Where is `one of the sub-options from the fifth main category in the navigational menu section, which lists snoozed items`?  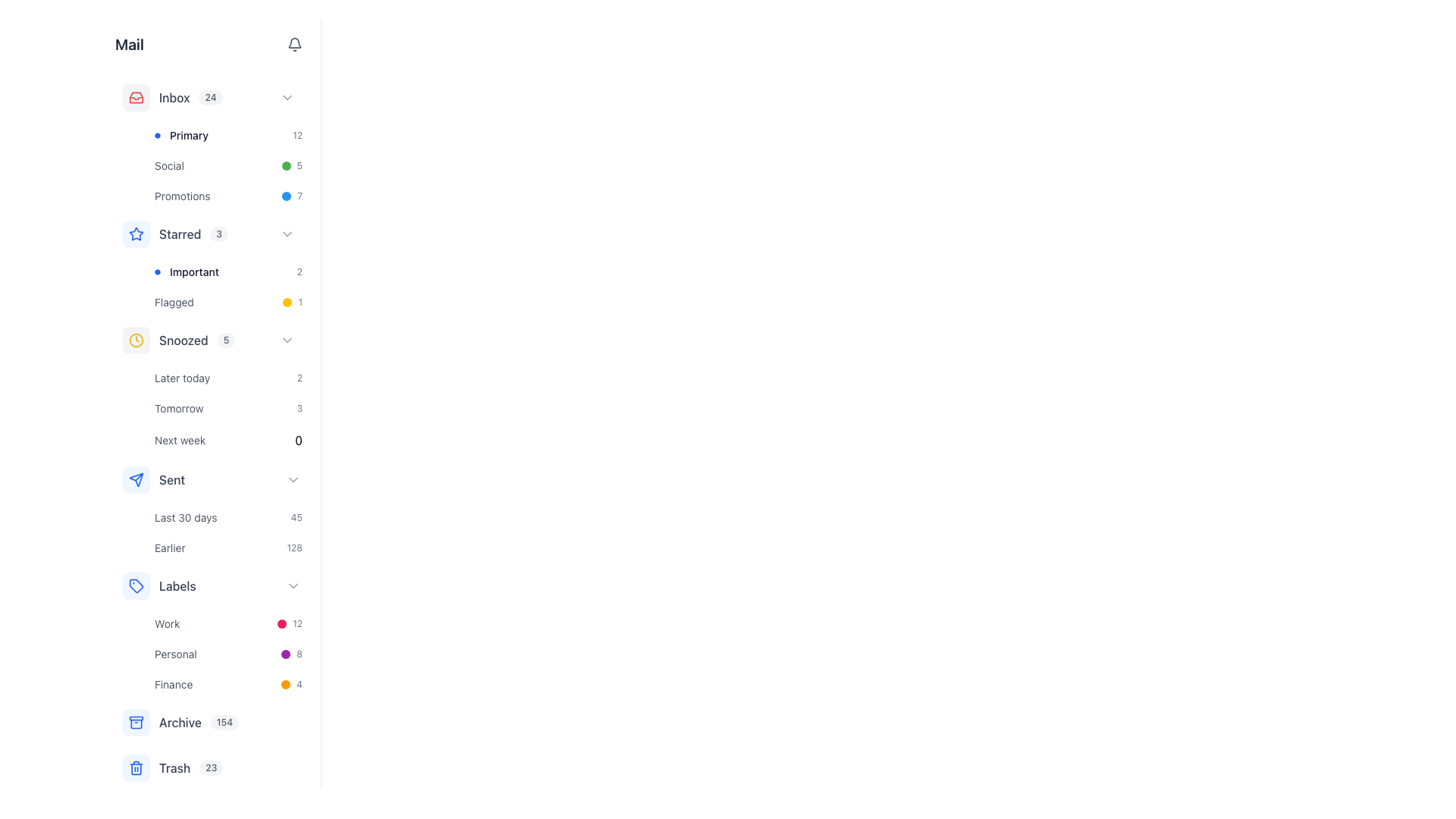
one of the sub-options from the fifth main category in the navigational menu section, which lists snoozed items is located at coordinates (211, 386).